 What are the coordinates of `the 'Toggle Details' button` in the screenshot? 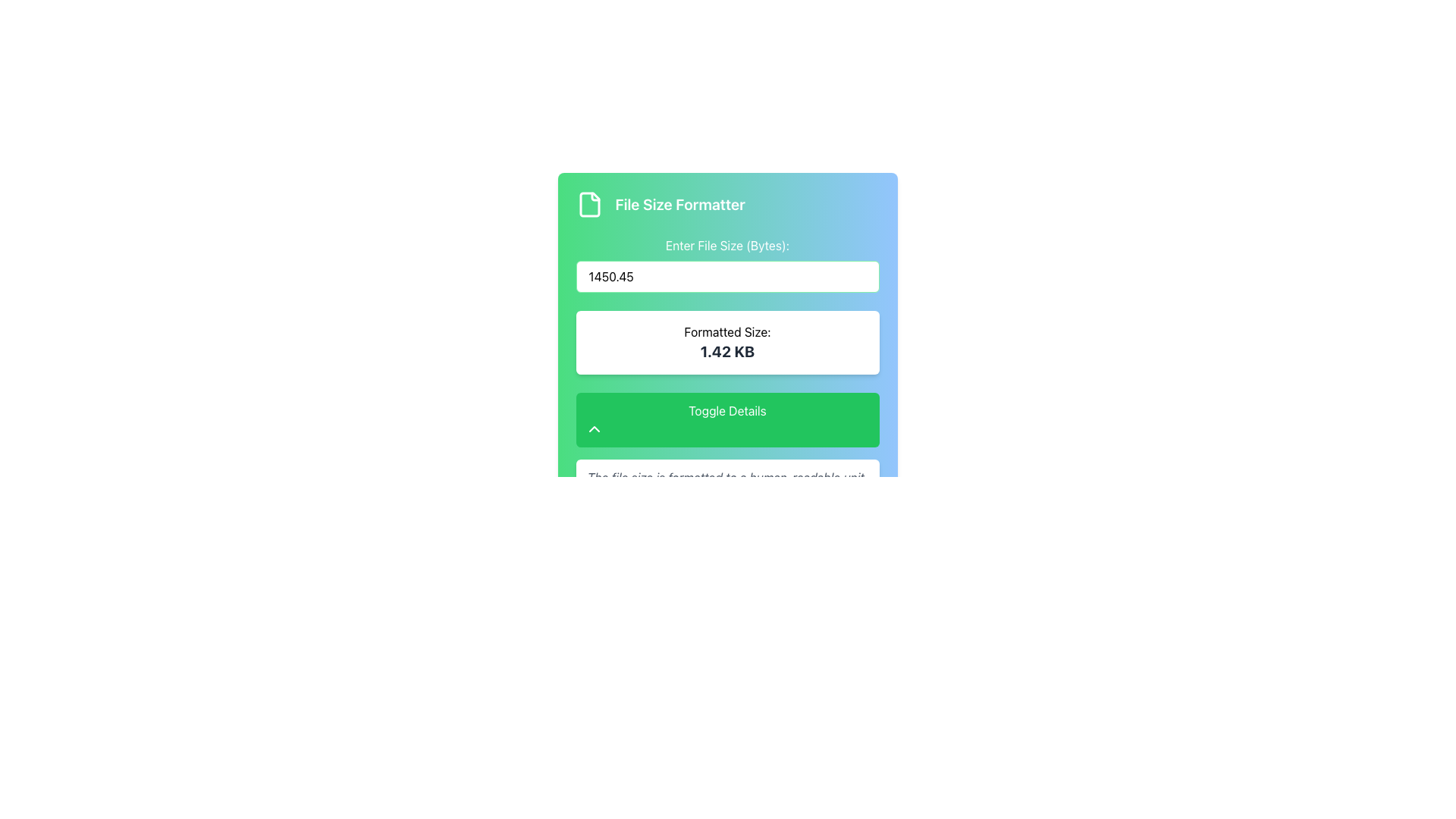 It's located at (593, 429).